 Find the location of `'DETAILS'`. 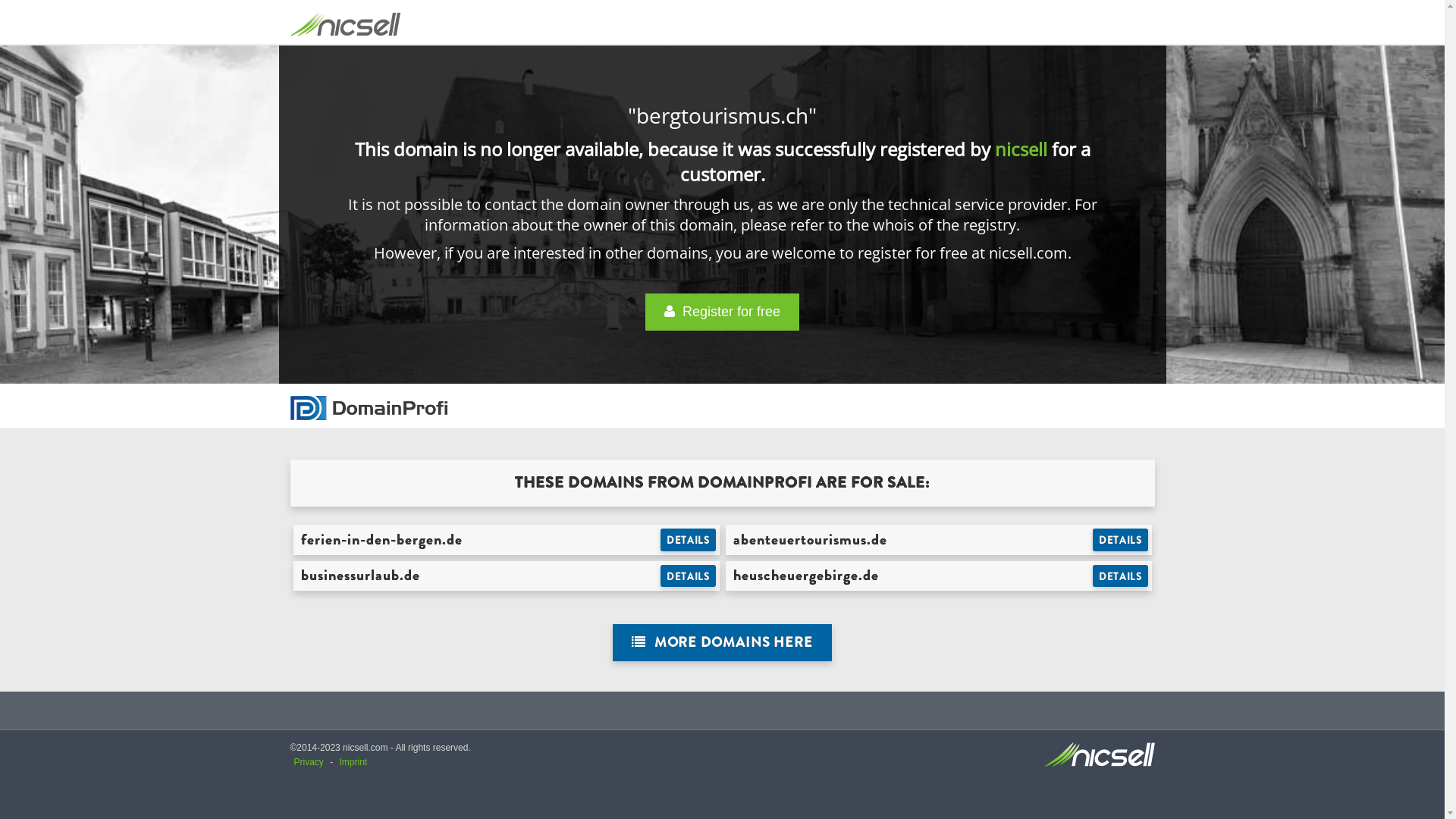

'DETAILS' is located at coordinates (1120, 576).